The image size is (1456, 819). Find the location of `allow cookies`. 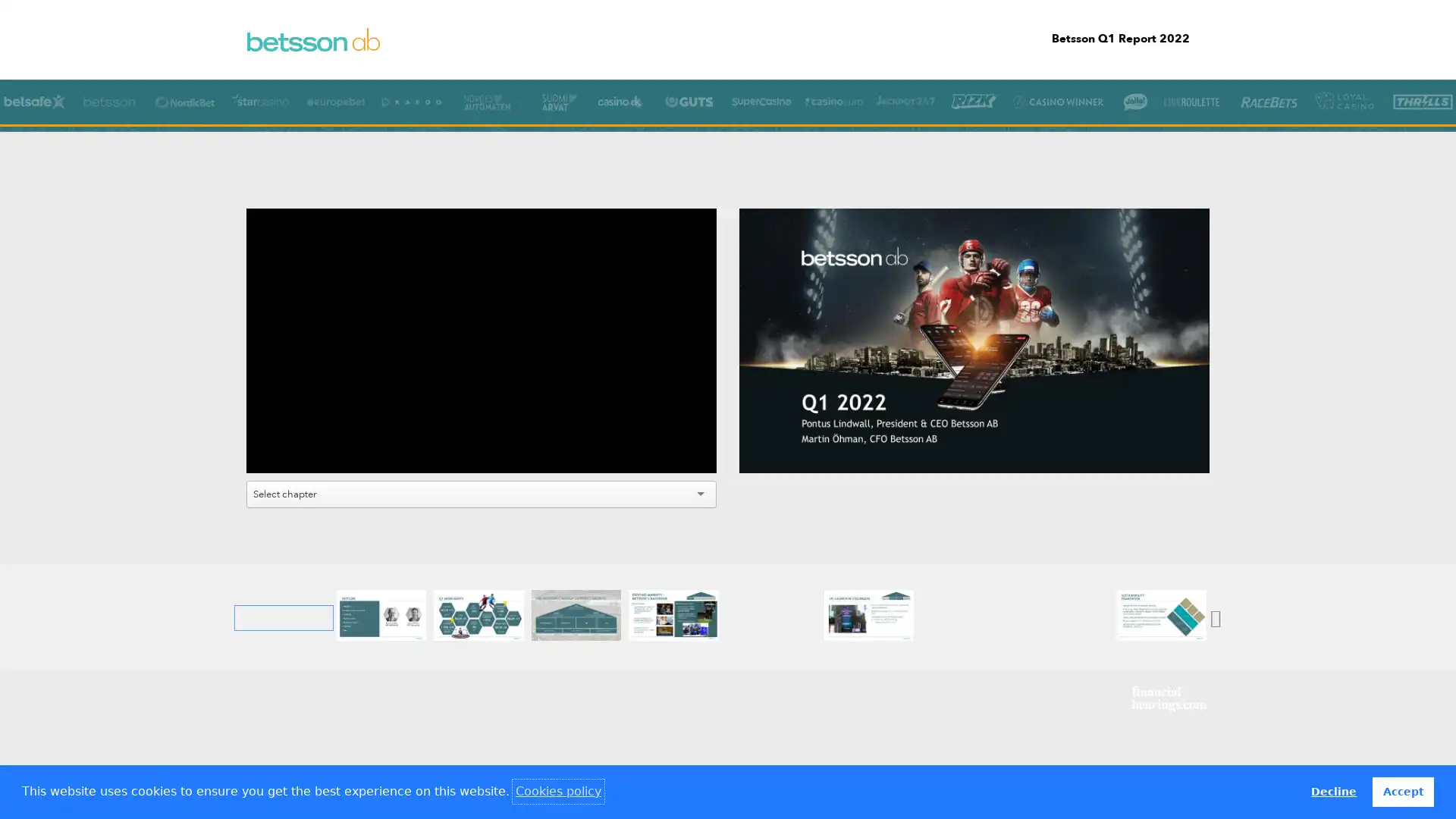

allow cookies is located at coordinates (1402, 791).